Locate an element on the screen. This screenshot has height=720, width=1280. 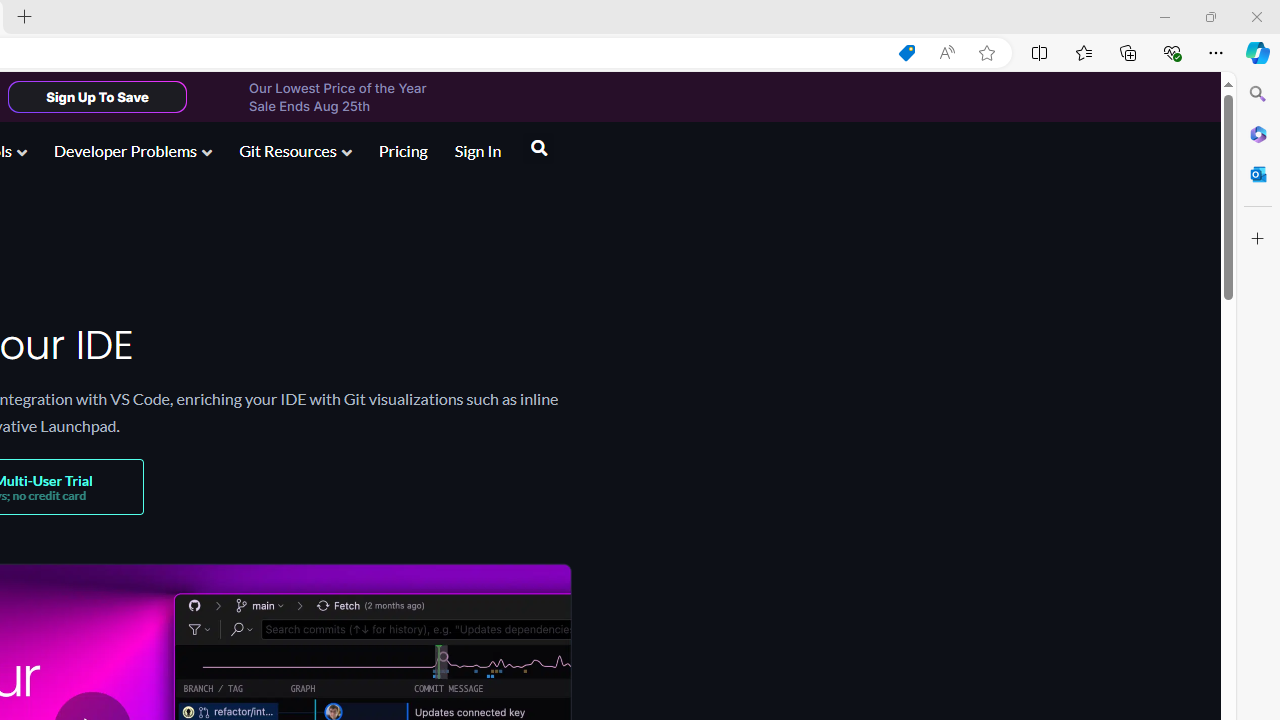
'Pricing' is located at coordinates (401, 149).